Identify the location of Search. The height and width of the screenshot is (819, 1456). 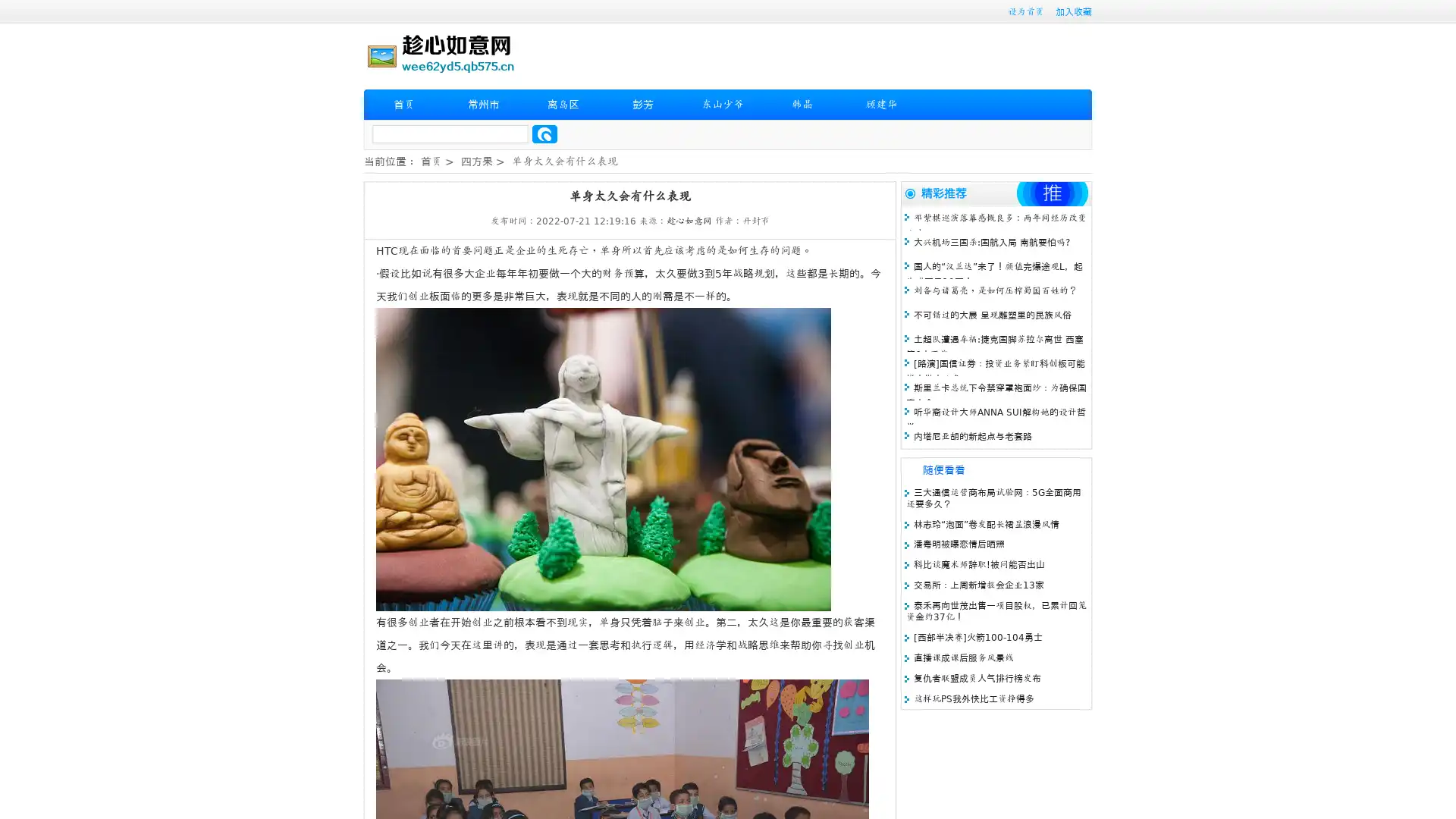
(544, 133).